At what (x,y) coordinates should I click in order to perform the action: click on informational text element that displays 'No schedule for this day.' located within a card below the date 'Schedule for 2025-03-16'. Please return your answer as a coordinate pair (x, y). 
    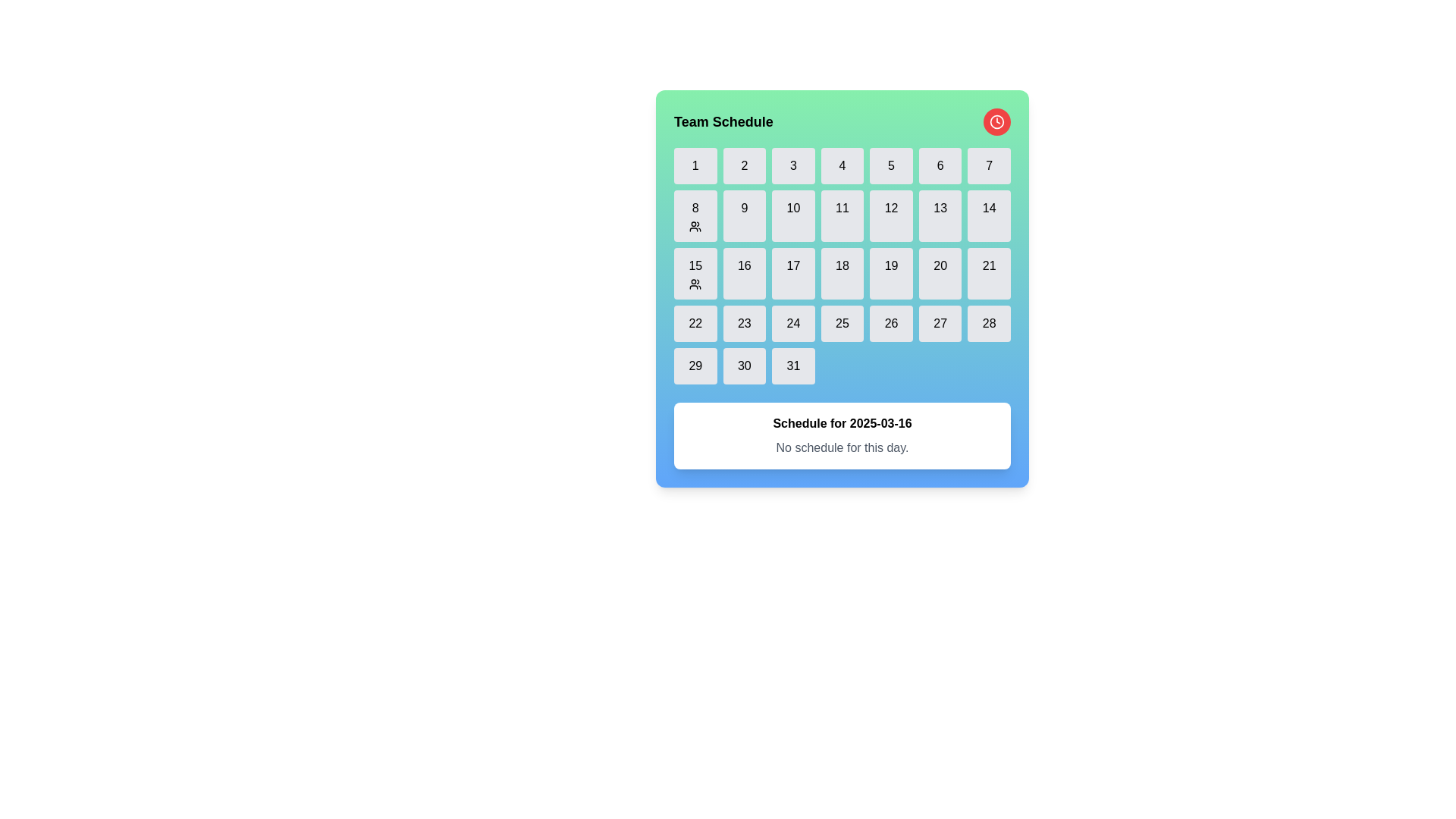
    Looking at the image, I should click on (841, 447).